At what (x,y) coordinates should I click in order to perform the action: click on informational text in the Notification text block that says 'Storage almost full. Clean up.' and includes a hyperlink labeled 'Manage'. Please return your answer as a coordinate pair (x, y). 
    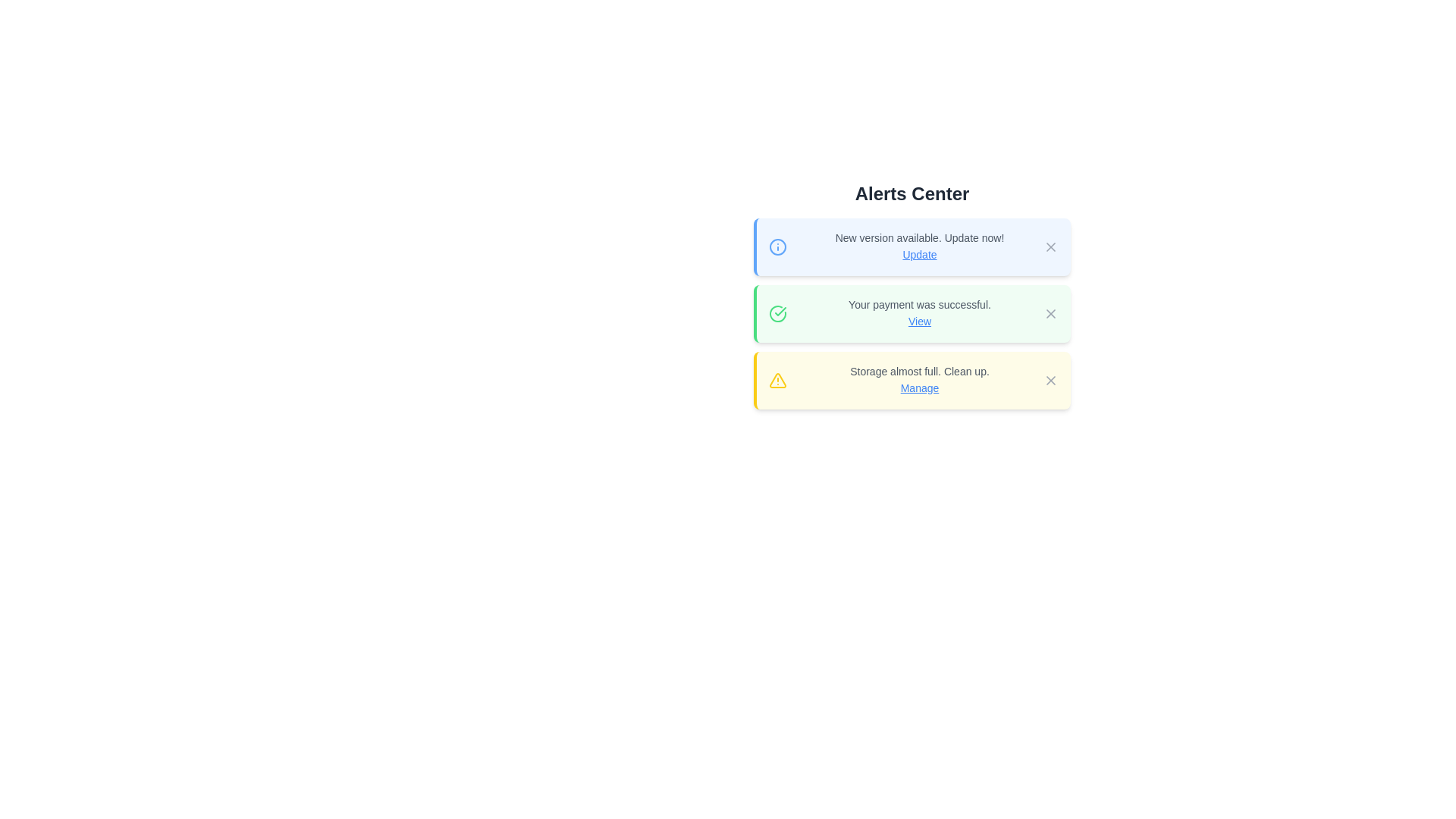
    Looking at the image, I should click on (919, 379).